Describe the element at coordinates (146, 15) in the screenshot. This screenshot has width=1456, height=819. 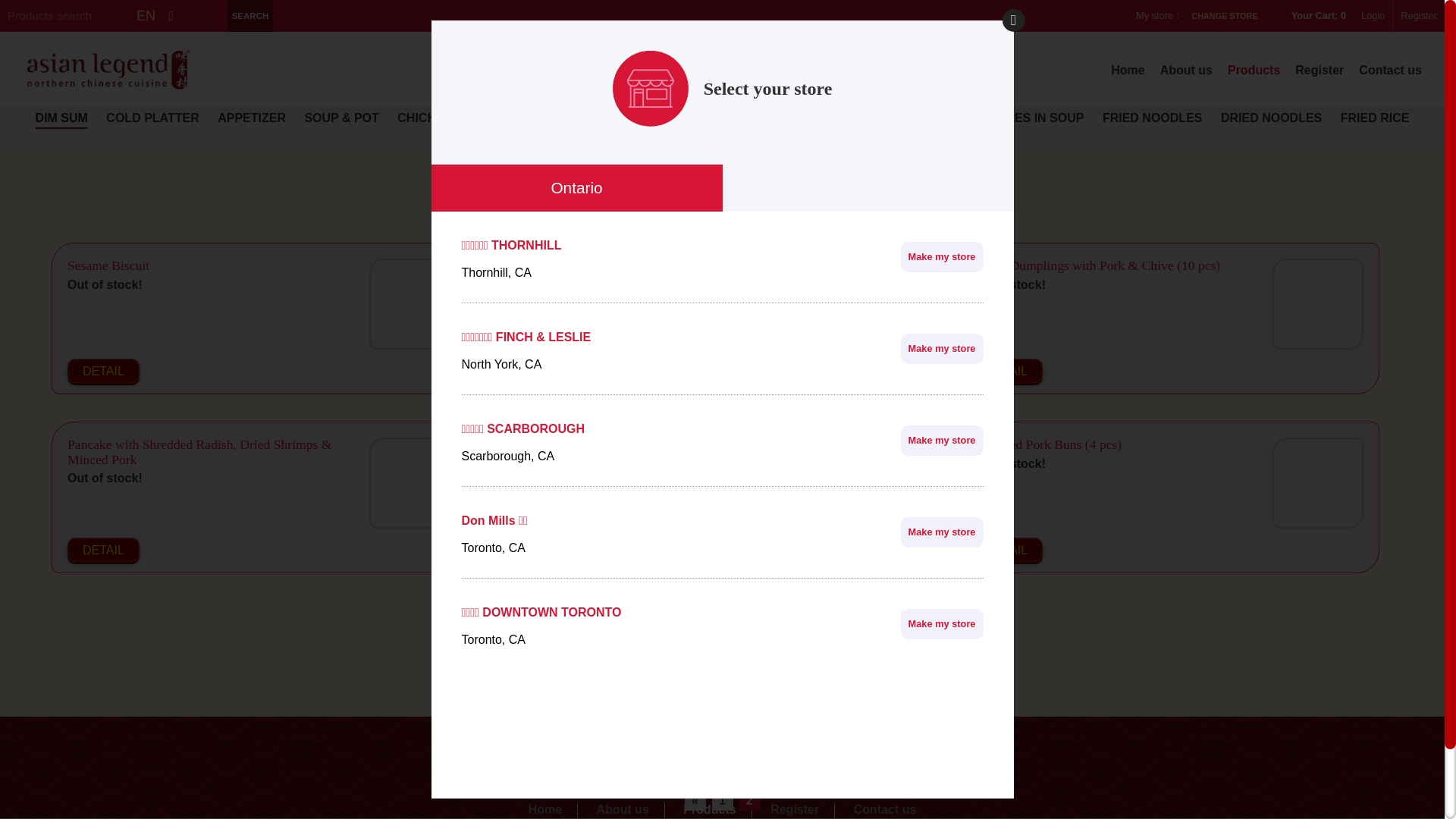
I see `'EN'` at that location.